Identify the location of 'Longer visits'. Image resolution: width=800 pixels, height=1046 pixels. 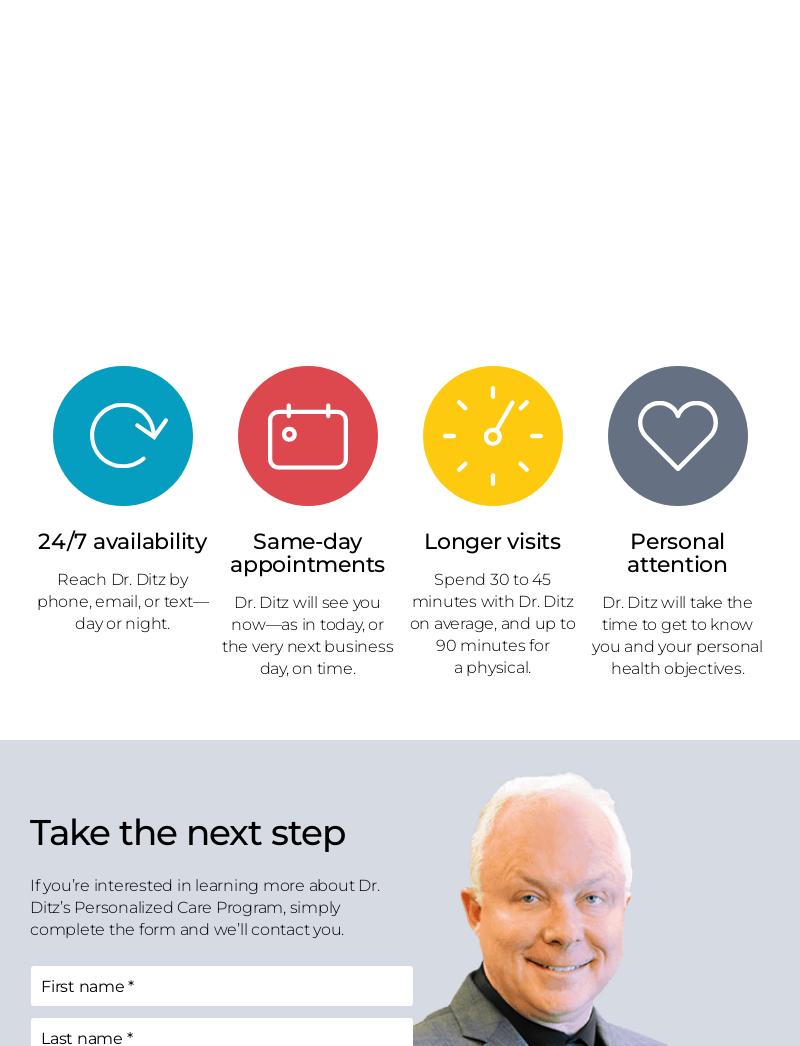
(492, 539).